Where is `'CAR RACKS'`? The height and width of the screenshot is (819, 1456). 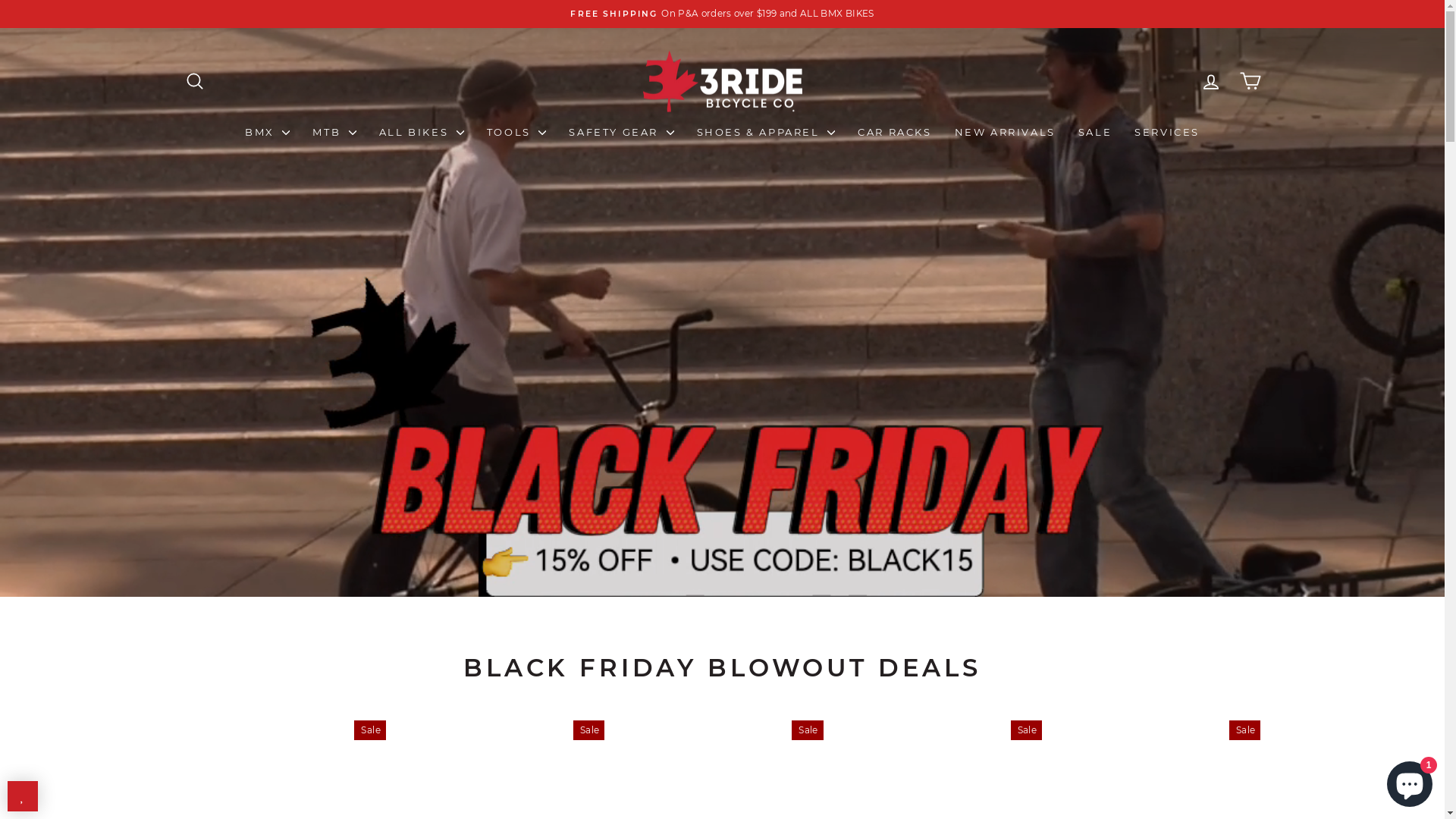
'CAR RACKS' is located at coordinates (894, 130).